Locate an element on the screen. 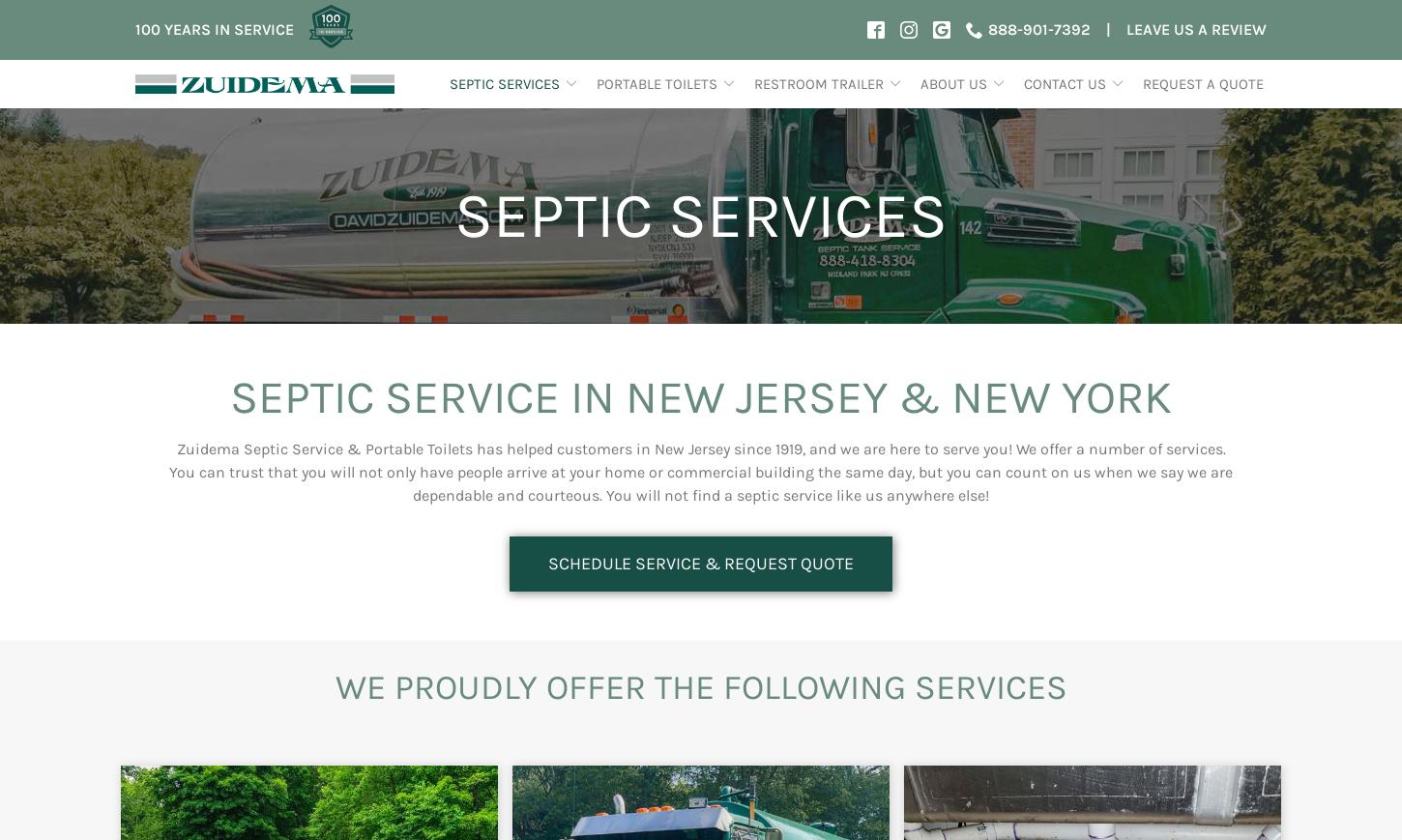 This screenshot has height=840, width=1402. 'Septic Inspections' is located at coordinates (463, 170).